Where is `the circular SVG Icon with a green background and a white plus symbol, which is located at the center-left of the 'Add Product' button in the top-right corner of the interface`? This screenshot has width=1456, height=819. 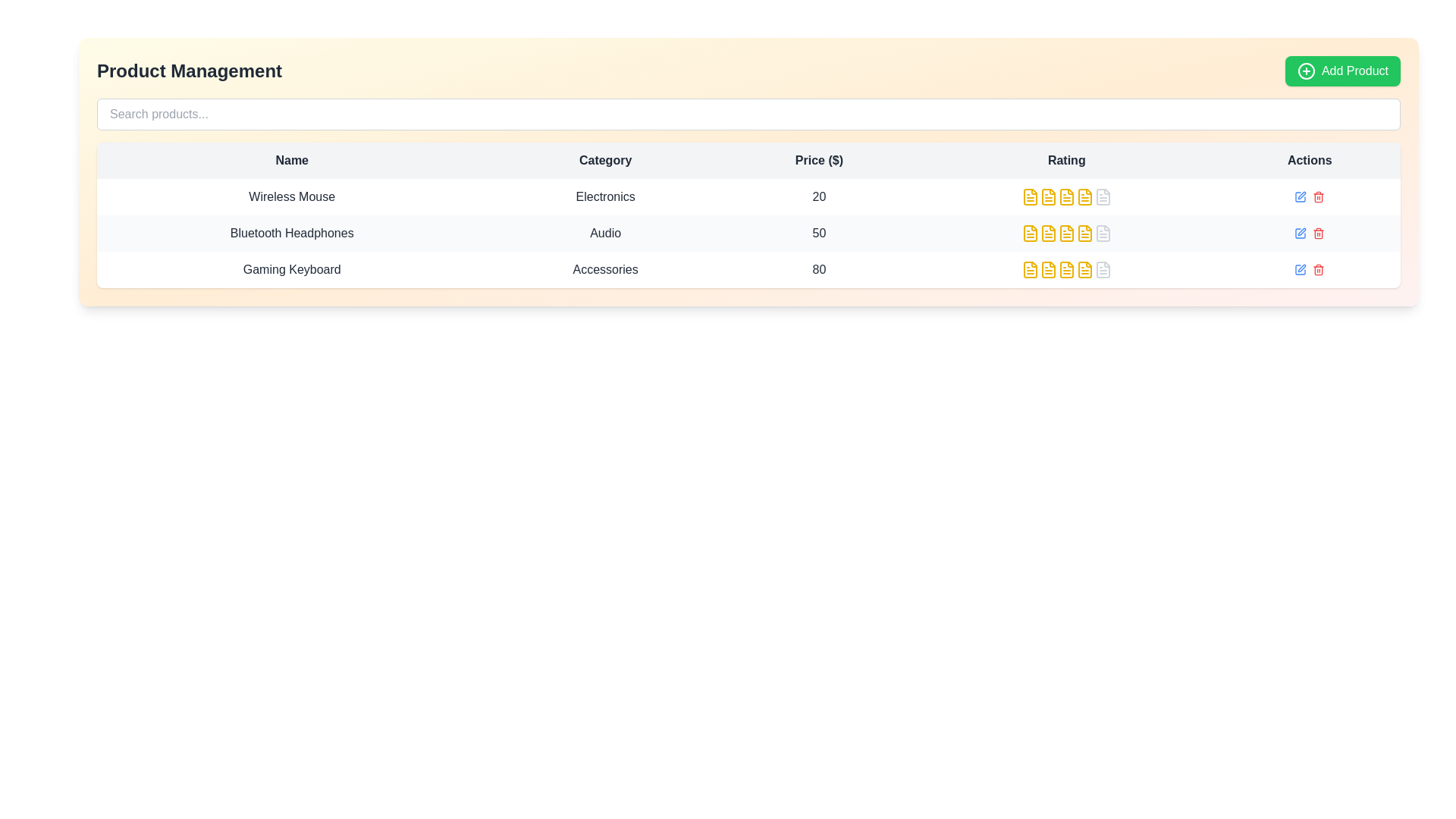 the circular SVG Icon with a green background and a white plus symbol, which is located at the center-left of the 'Add Product' button in the top-right corner of the interface is located at coordinates (1306, 71).